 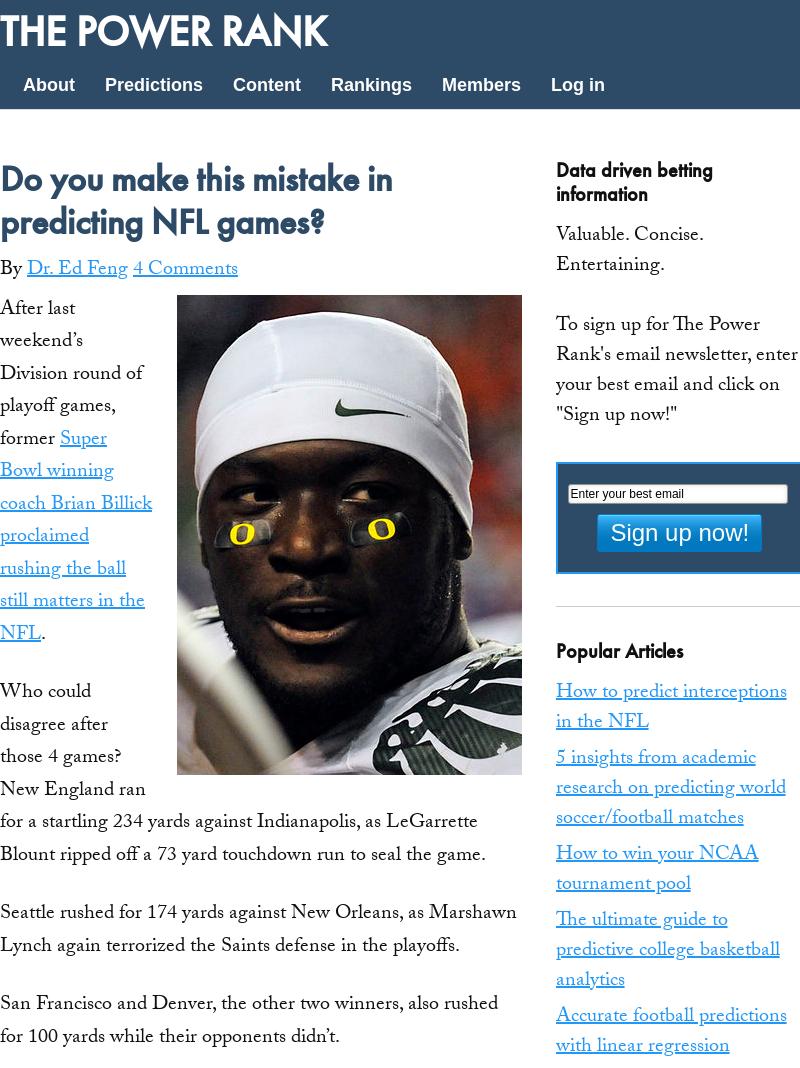 I want to click on 'Valuable. Concise. Entertaining.', so click(x=628, y=252).